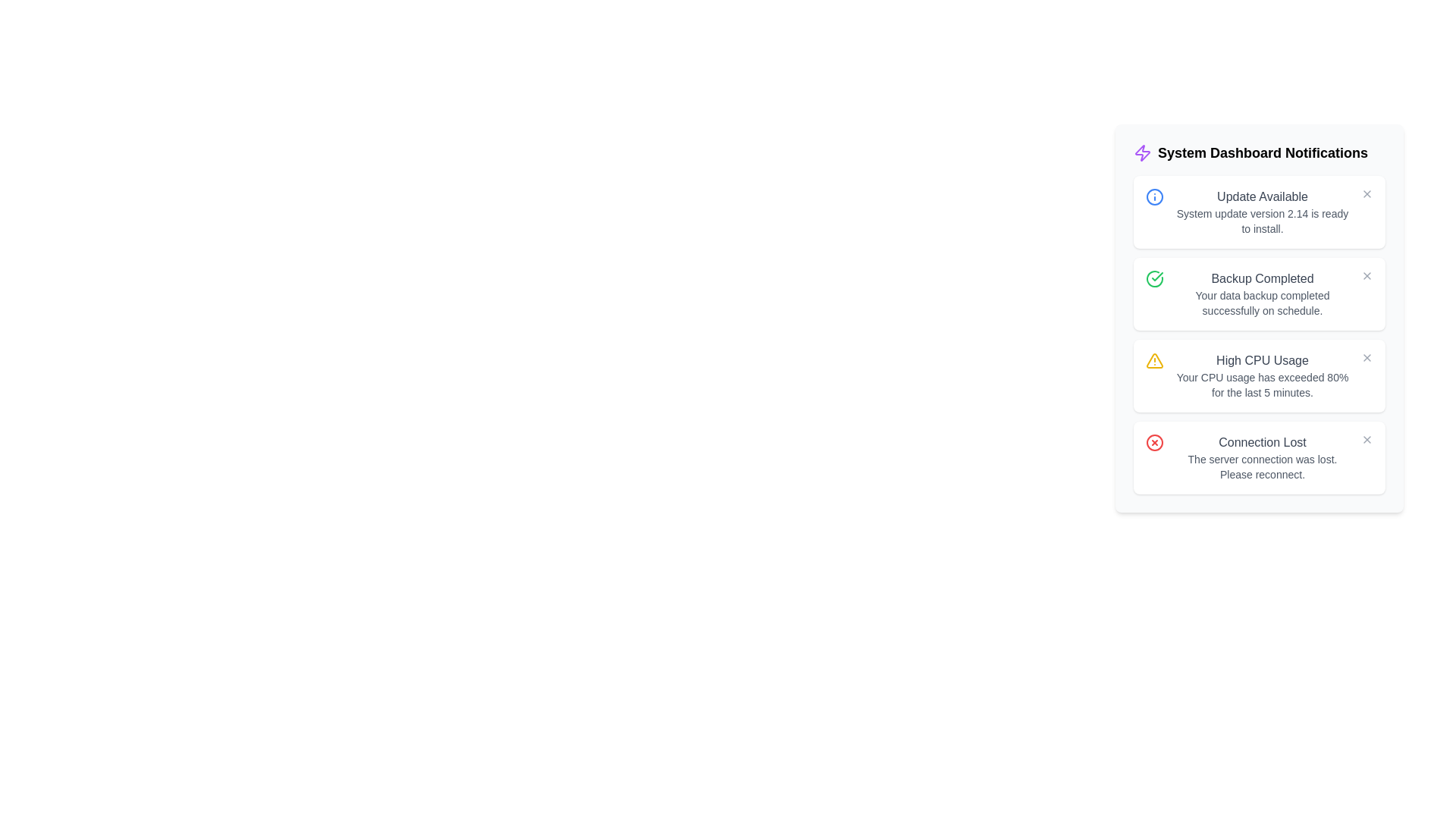  I want to click on the 'Update Available' notification icon located at the top right of the notification list, so click(1153, 196).